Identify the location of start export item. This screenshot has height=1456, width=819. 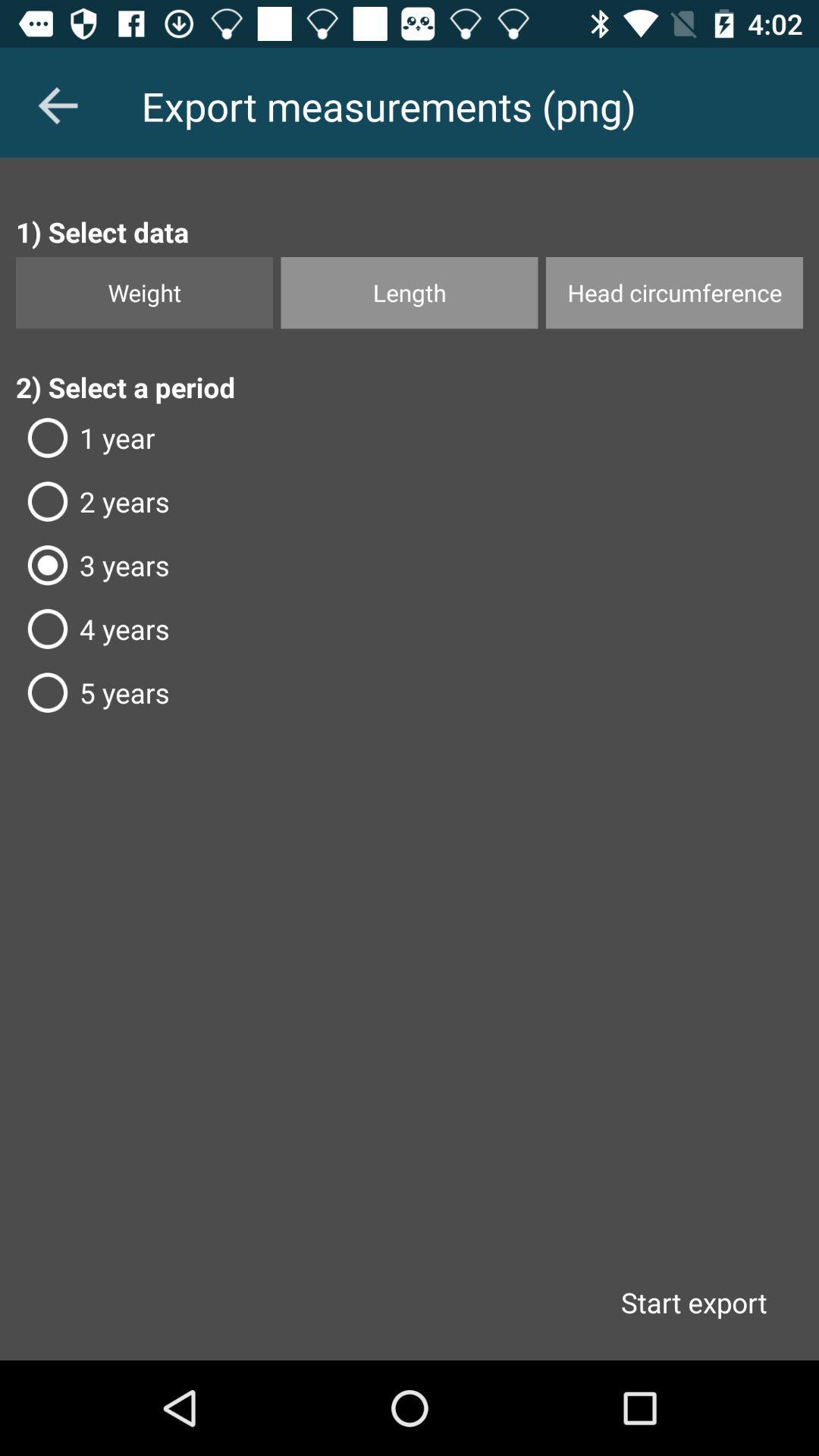
(694, 1301).